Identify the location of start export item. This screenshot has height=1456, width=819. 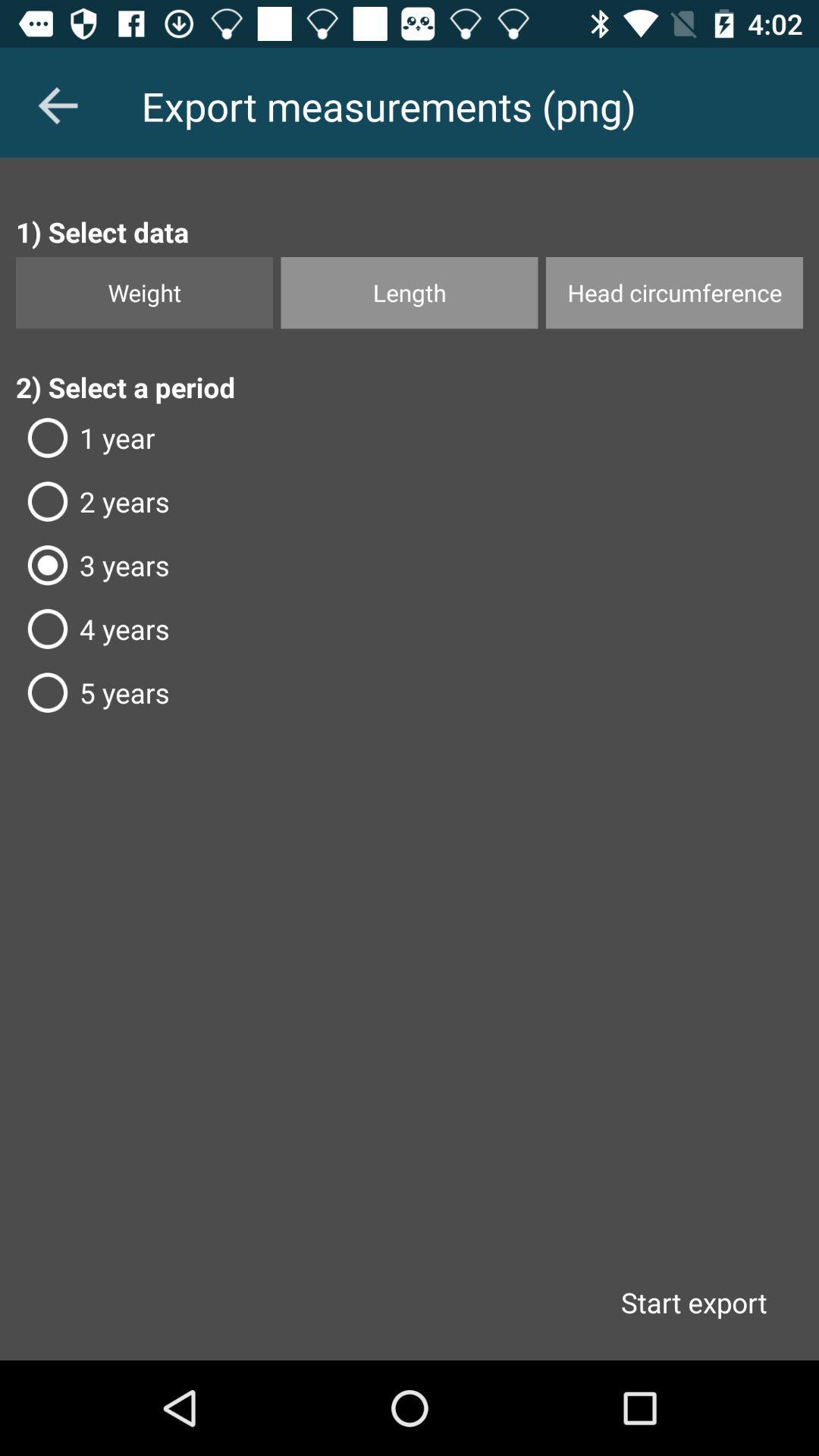
(694, 1301).